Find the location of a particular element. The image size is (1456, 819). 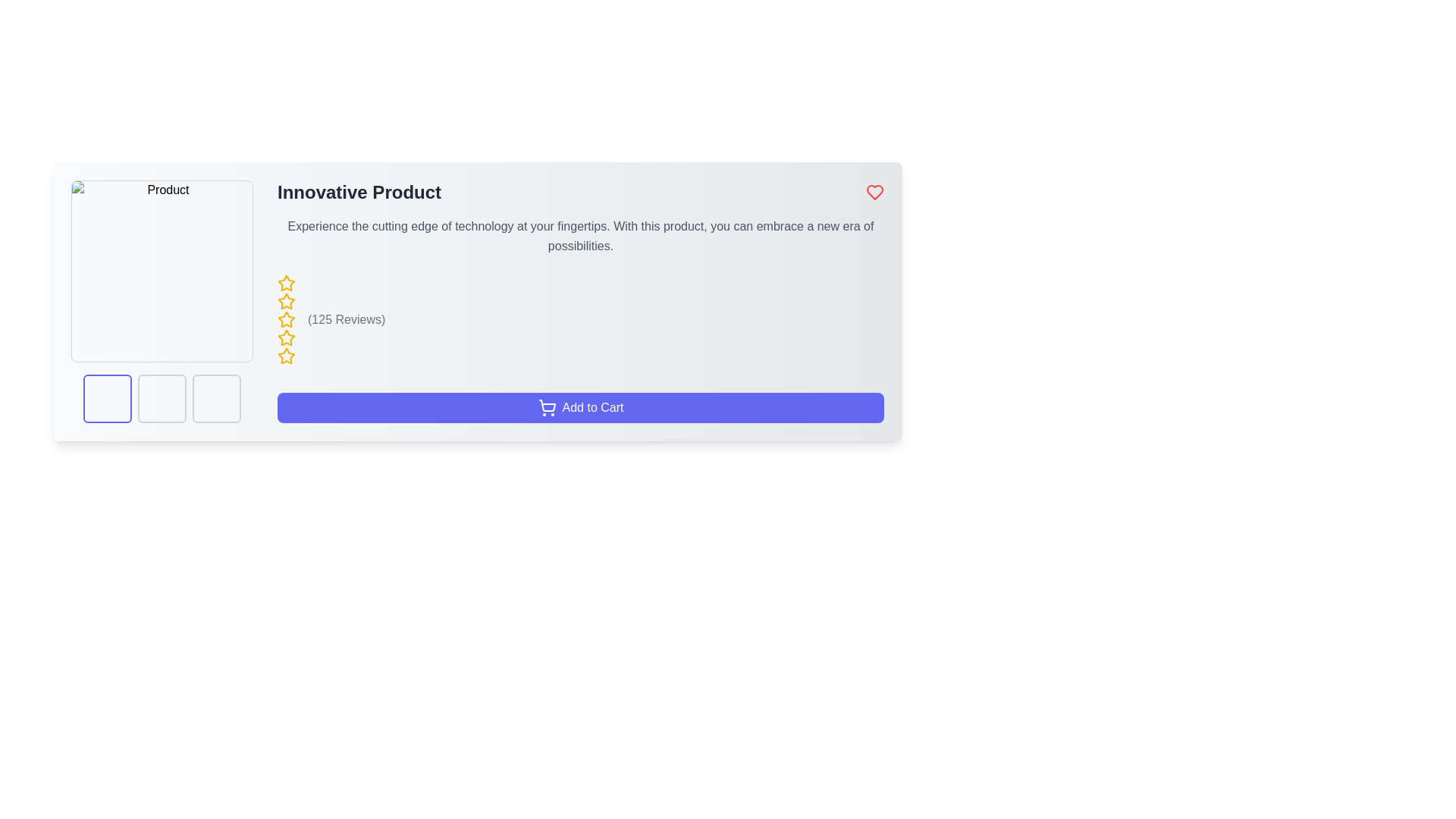

the fourth star in the rating graphic to set a rating is located at coordinates (287, 356).